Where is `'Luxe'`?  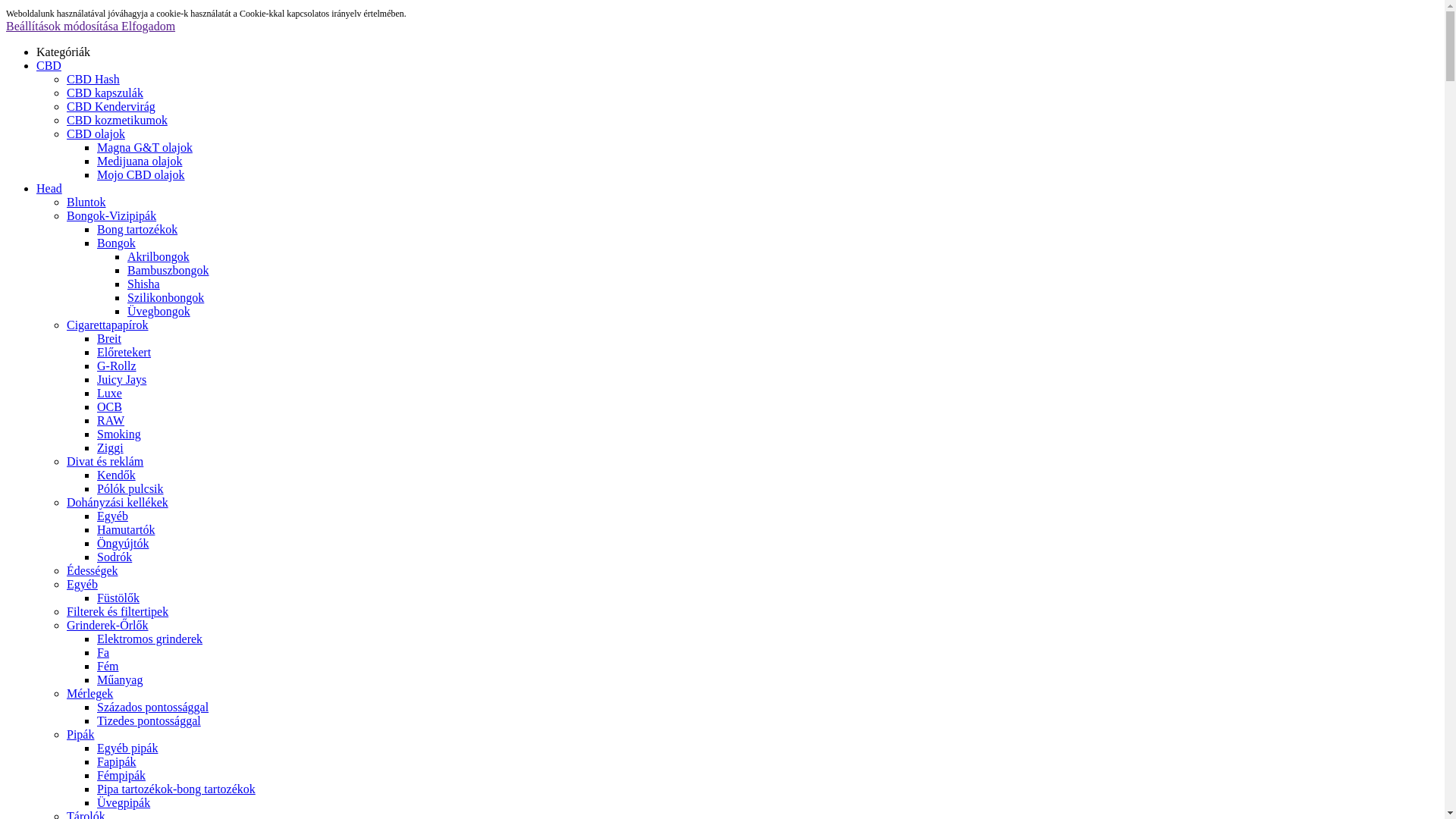 'Luxe' is located at coordinates (108, 392).